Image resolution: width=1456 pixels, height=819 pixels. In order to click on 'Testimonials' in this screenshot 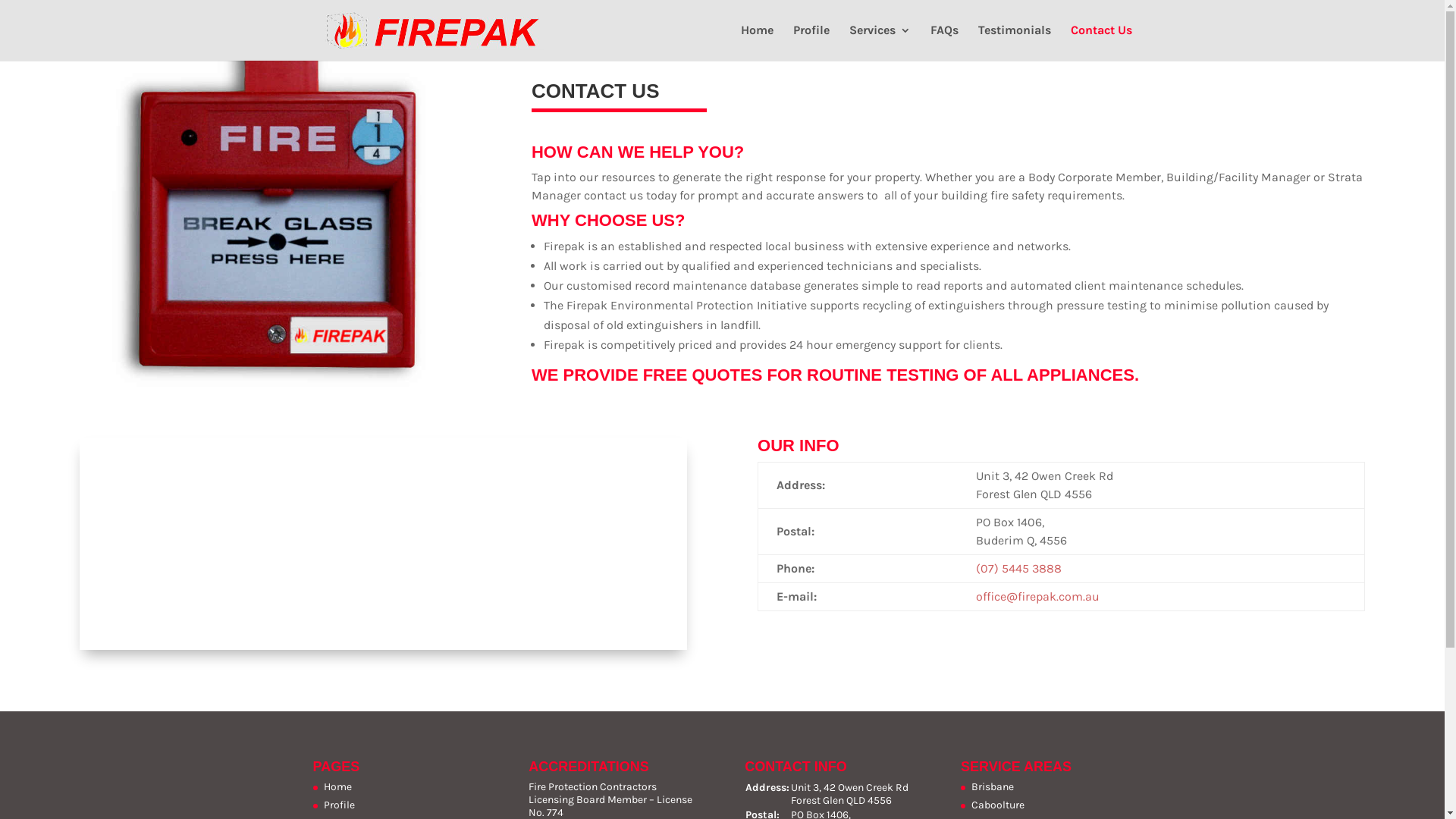, I will do `click(1015, 42)`.